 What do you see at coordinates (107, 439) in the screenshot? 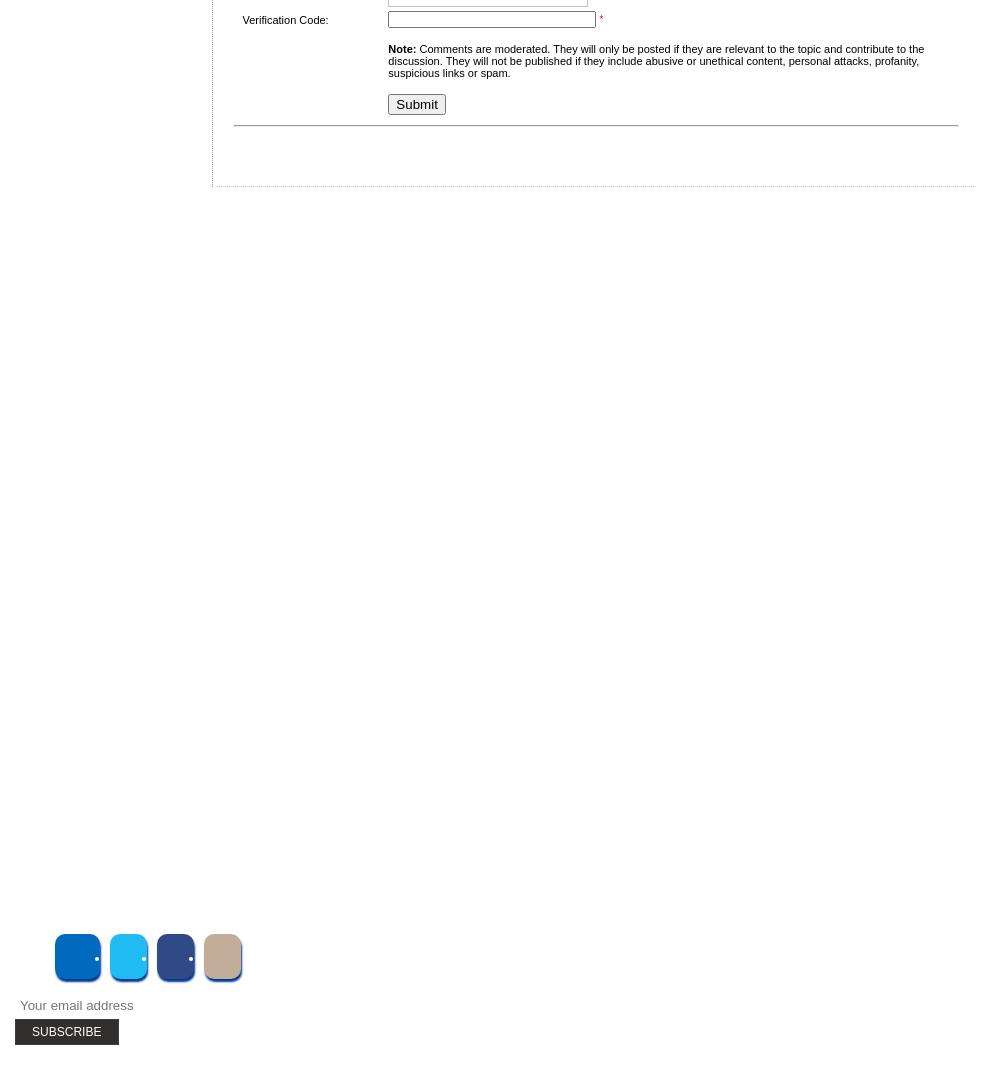
I see `'Undergraduate'` at bounding box center [107, 439].